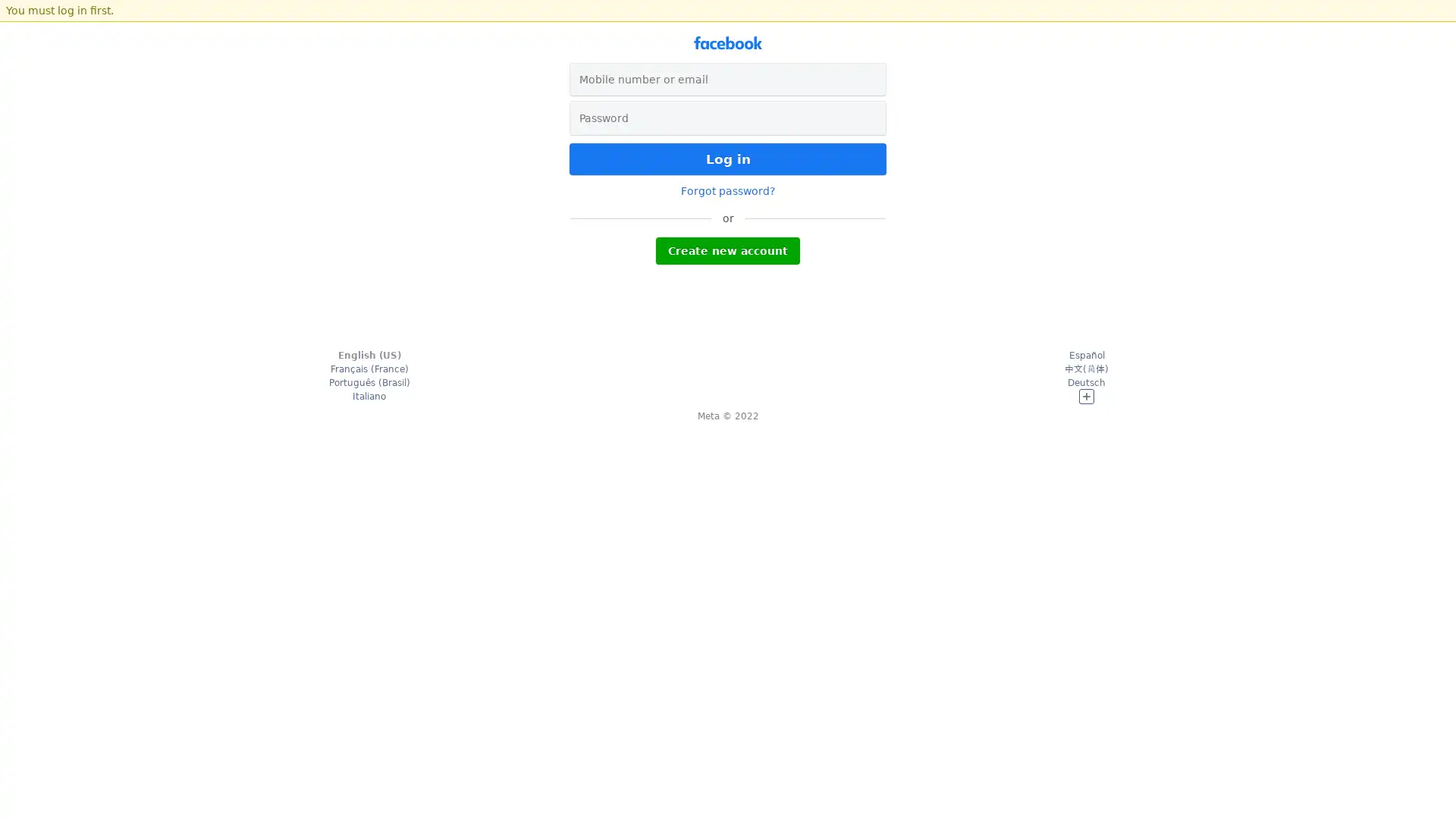 The height and width of the screenshot is (819, 1456). I want to click on Log in, so click(728, 158).